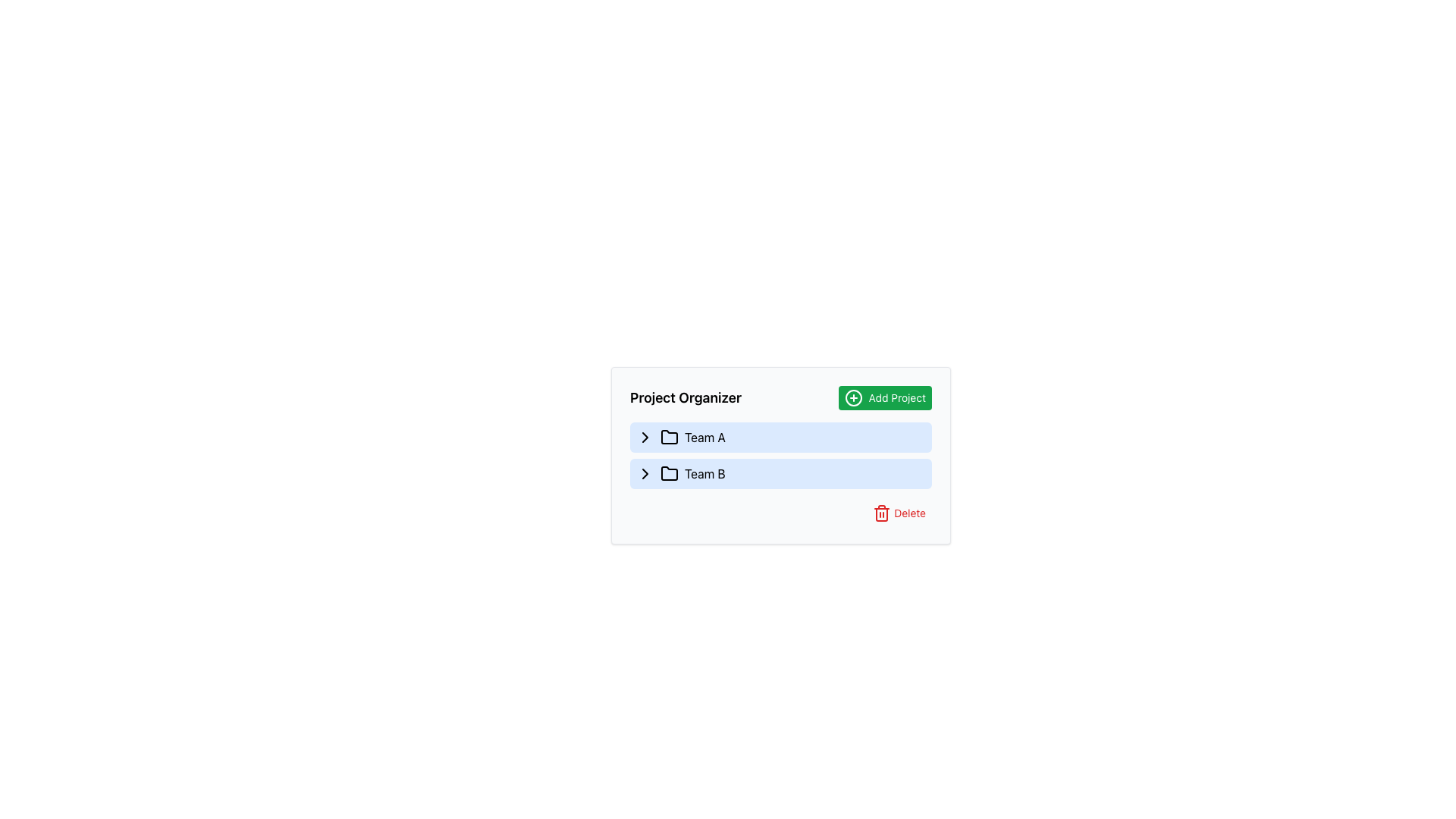  What do you see at coordinates (645, 438) in the screenshot?
I see `the right-facing chevron icon with a black outline in the 'Project Organizer' section` at bounding box center [645, 438].